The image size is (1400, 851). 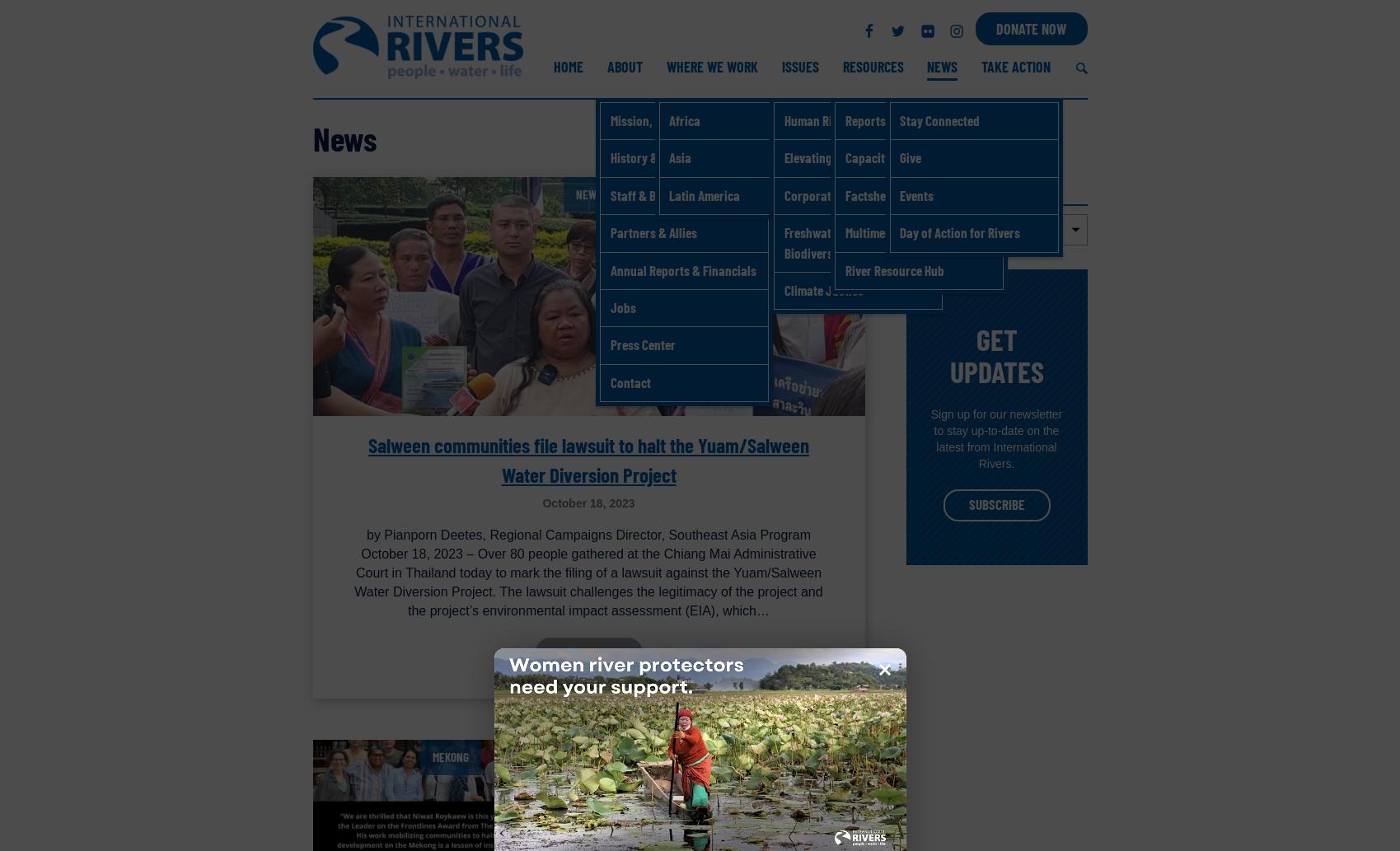 I want to click on 'Mekong', so click(x=450, y=755).